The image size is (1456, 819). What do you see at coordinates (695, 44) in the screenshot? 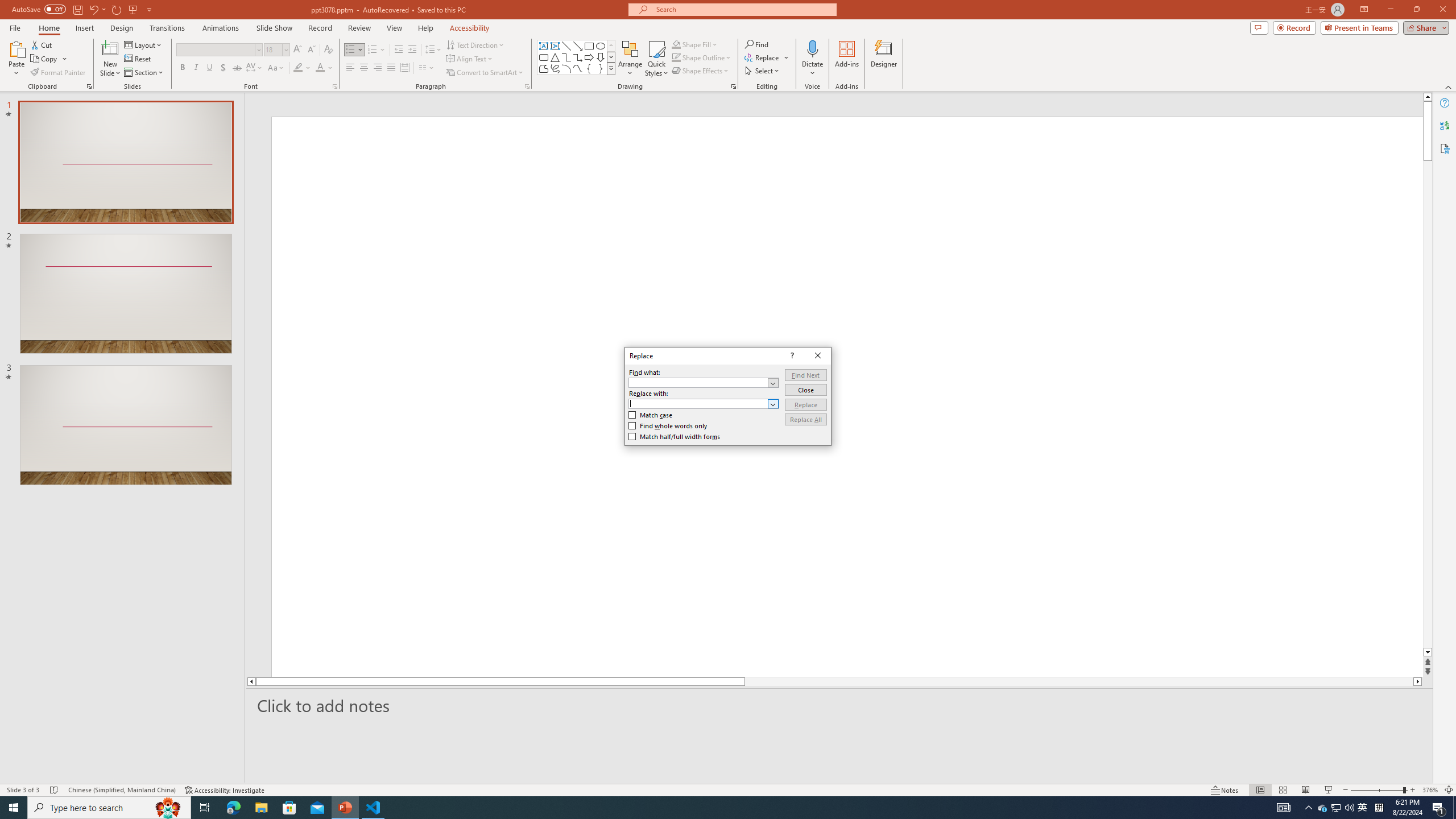
I see `'Shape Fill'` at bounding box center [695, 44].